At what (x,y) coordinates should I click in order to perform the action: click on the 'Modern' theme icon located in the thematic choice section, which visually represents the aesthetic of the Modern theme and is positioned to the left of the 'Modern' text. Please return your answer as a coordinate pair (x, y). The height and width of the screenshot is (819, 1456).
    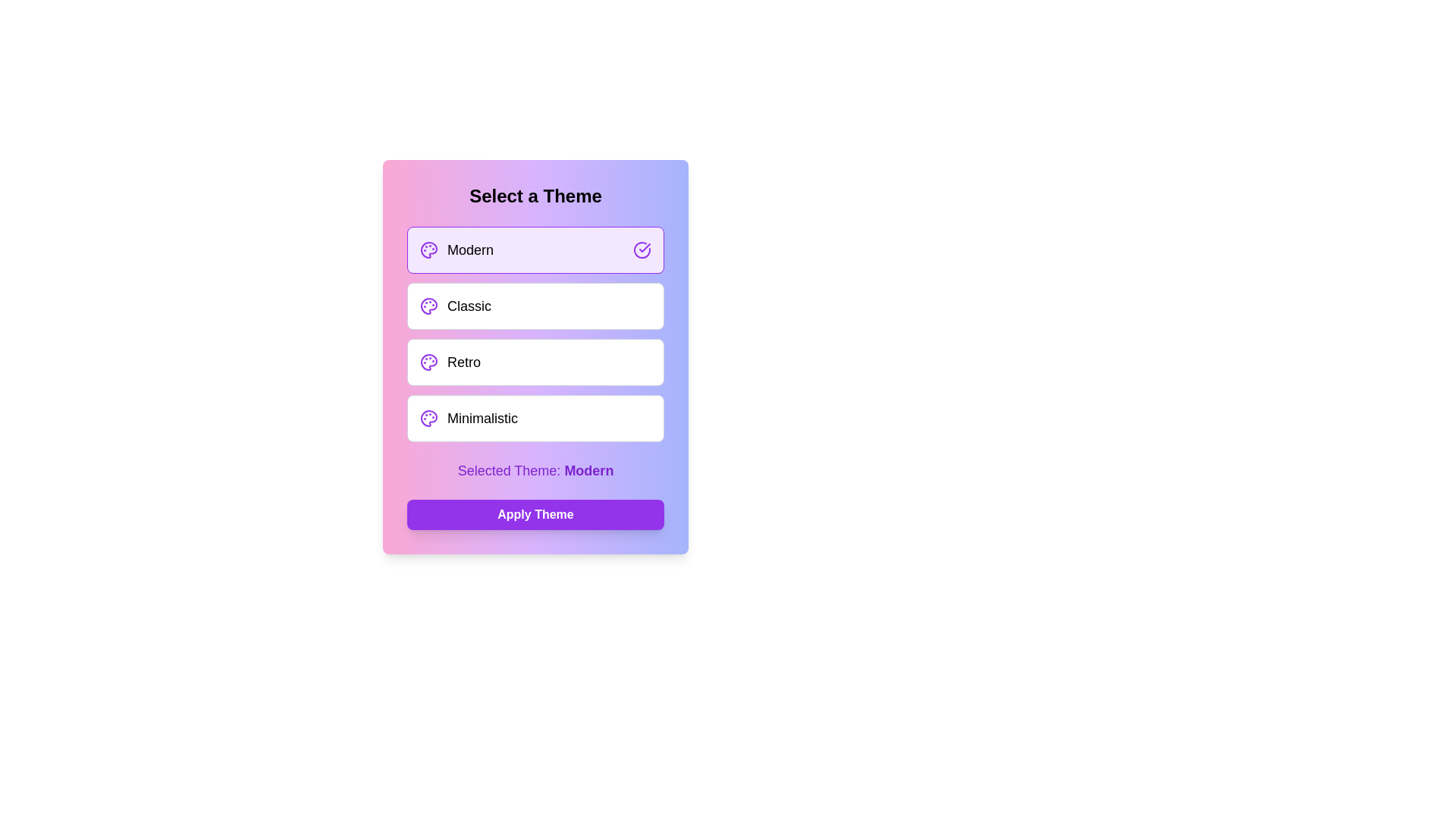
    Looking at the image, I should click on (428, 249).